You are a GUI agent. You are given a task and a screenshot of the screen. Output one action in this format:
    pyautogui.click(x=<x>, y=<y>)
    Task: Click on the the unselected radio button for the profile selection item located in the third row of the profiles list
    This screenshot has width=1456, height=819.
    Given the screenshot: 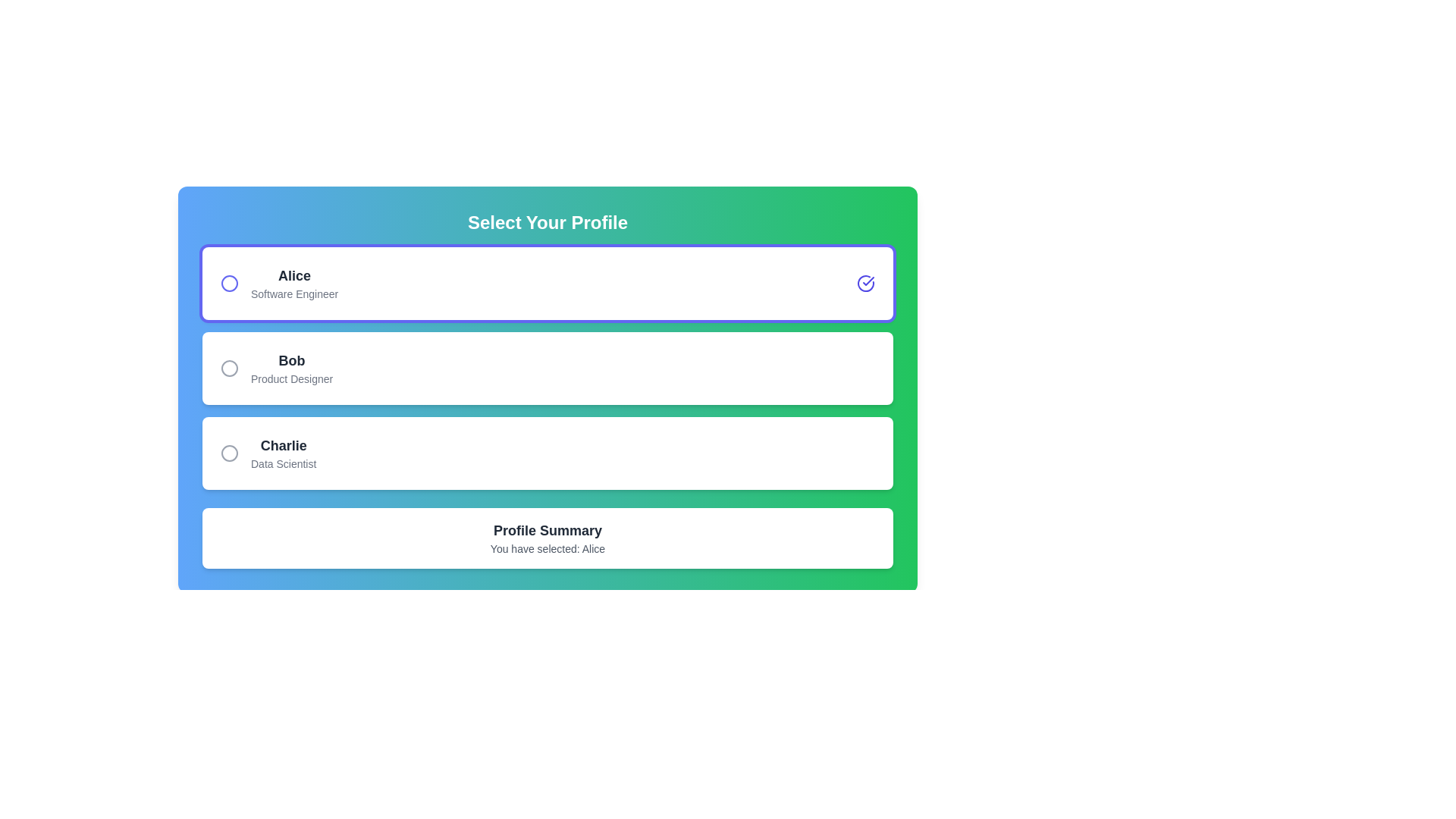 What is the action you would take?
    pyautogui.click(x=268, y=452)
    